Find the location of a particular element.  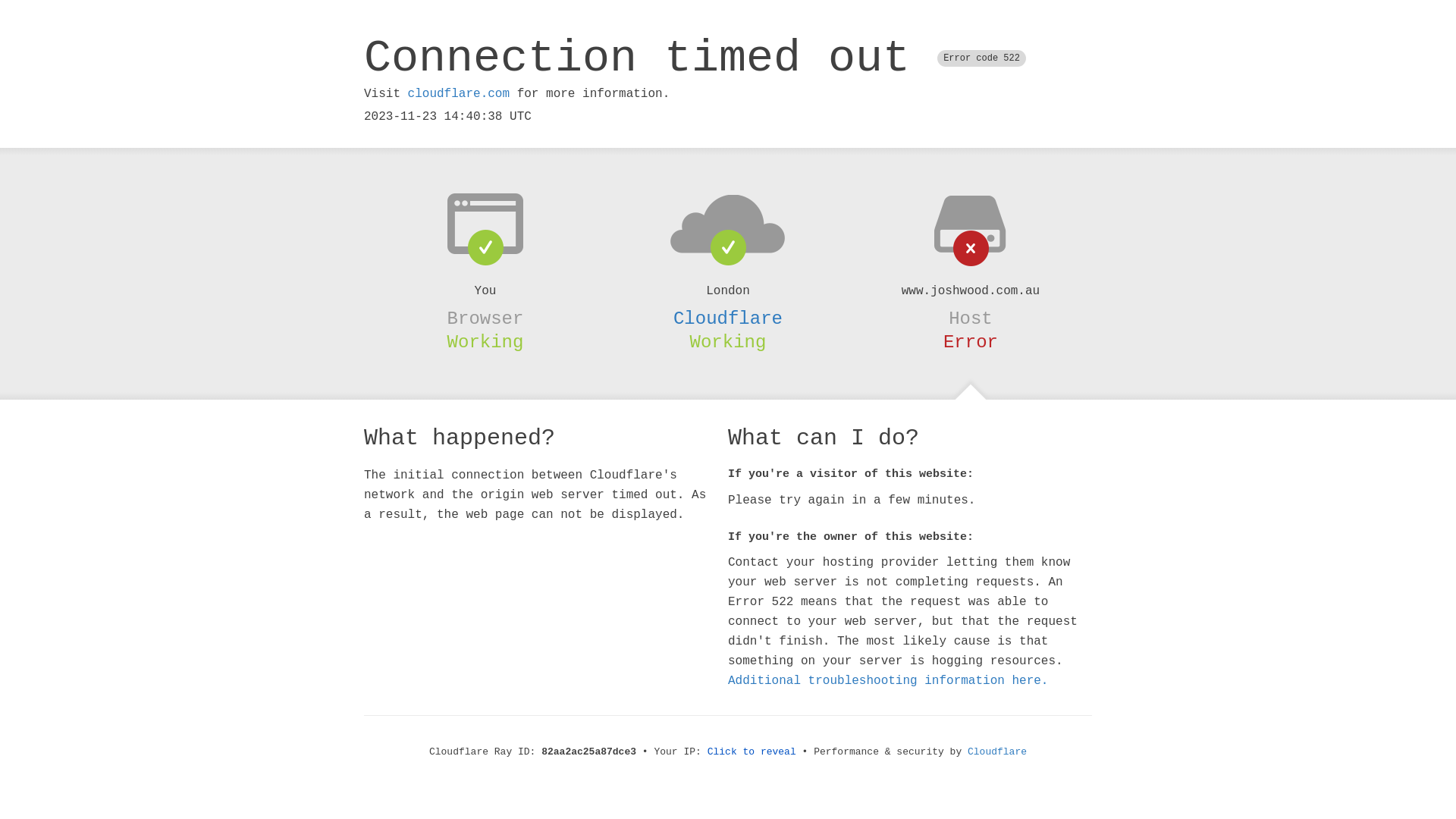

'Additional troubleshooting information here.' is located at coordinates (888, 680).